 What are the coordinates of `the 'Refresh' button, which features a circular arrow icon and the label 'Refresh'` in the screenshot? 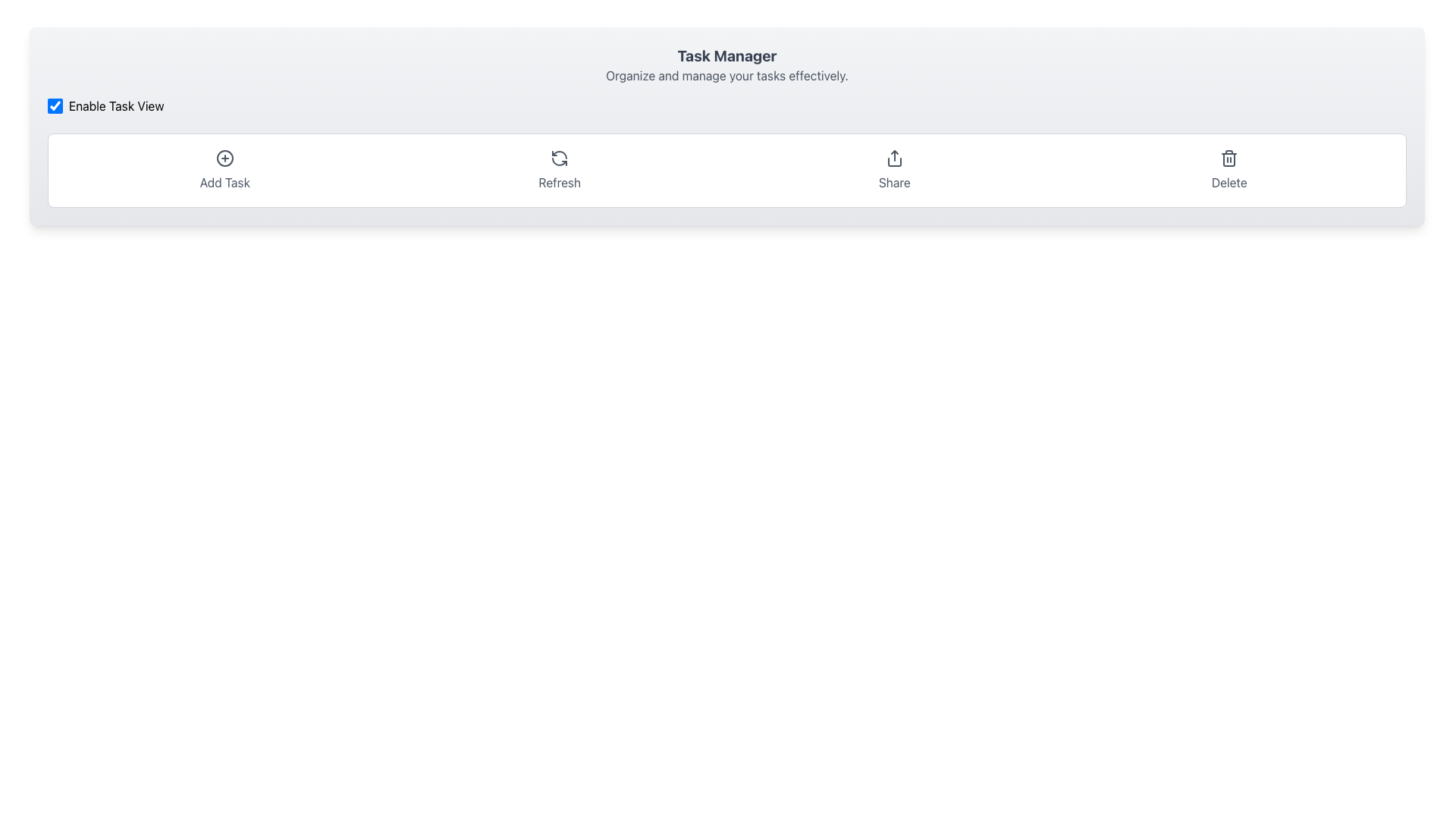 It's located at (559, 170).